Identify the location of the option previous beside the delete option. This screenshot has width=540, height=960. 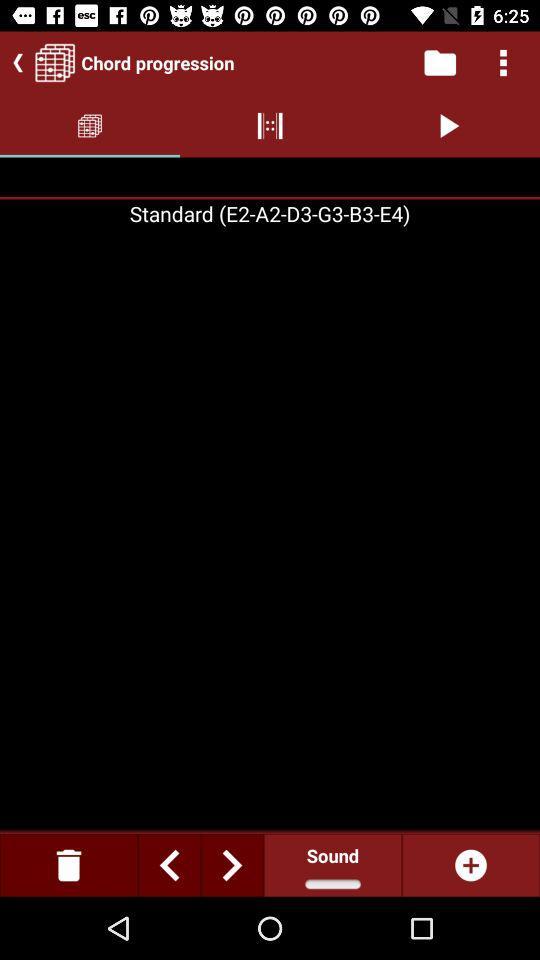
(168, 864).